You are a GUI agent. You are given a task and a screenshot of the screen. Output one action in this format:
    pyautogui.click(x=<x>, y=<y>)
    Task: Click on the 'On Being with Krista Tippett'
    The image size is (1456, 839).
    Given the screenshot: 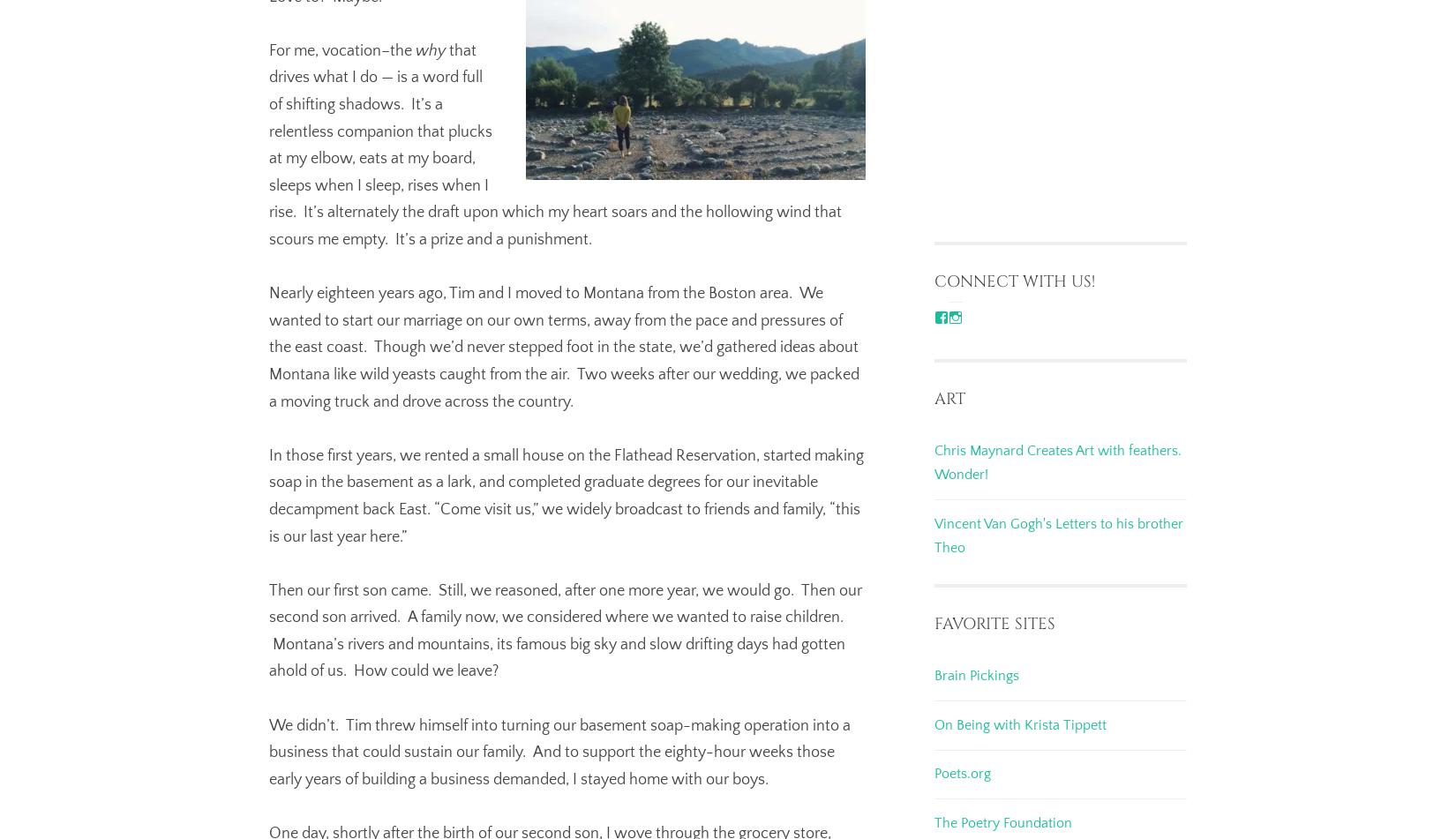 What is the action you would take?
    pyautogui.click(x=1020, y=723)
    